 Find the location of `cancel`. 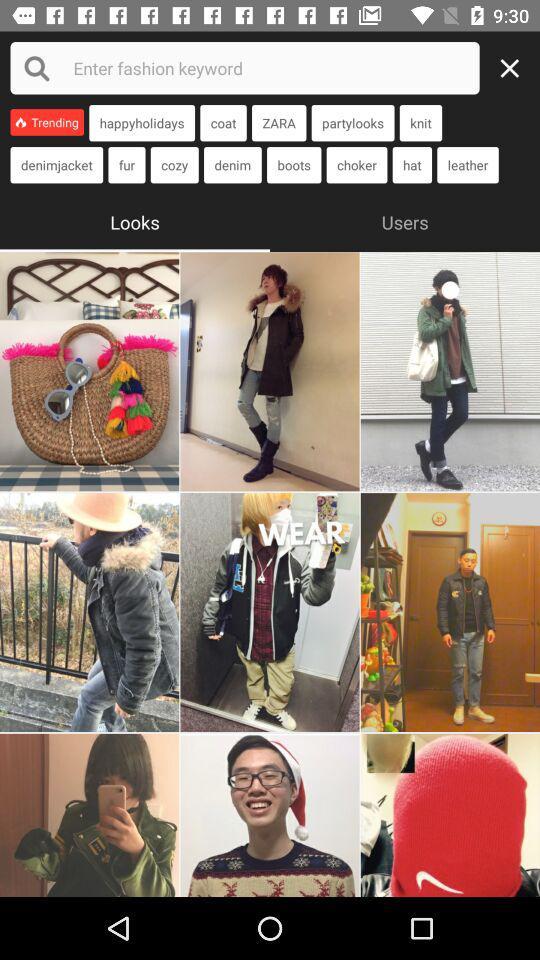

cancel is located at coordinates (515, 68).